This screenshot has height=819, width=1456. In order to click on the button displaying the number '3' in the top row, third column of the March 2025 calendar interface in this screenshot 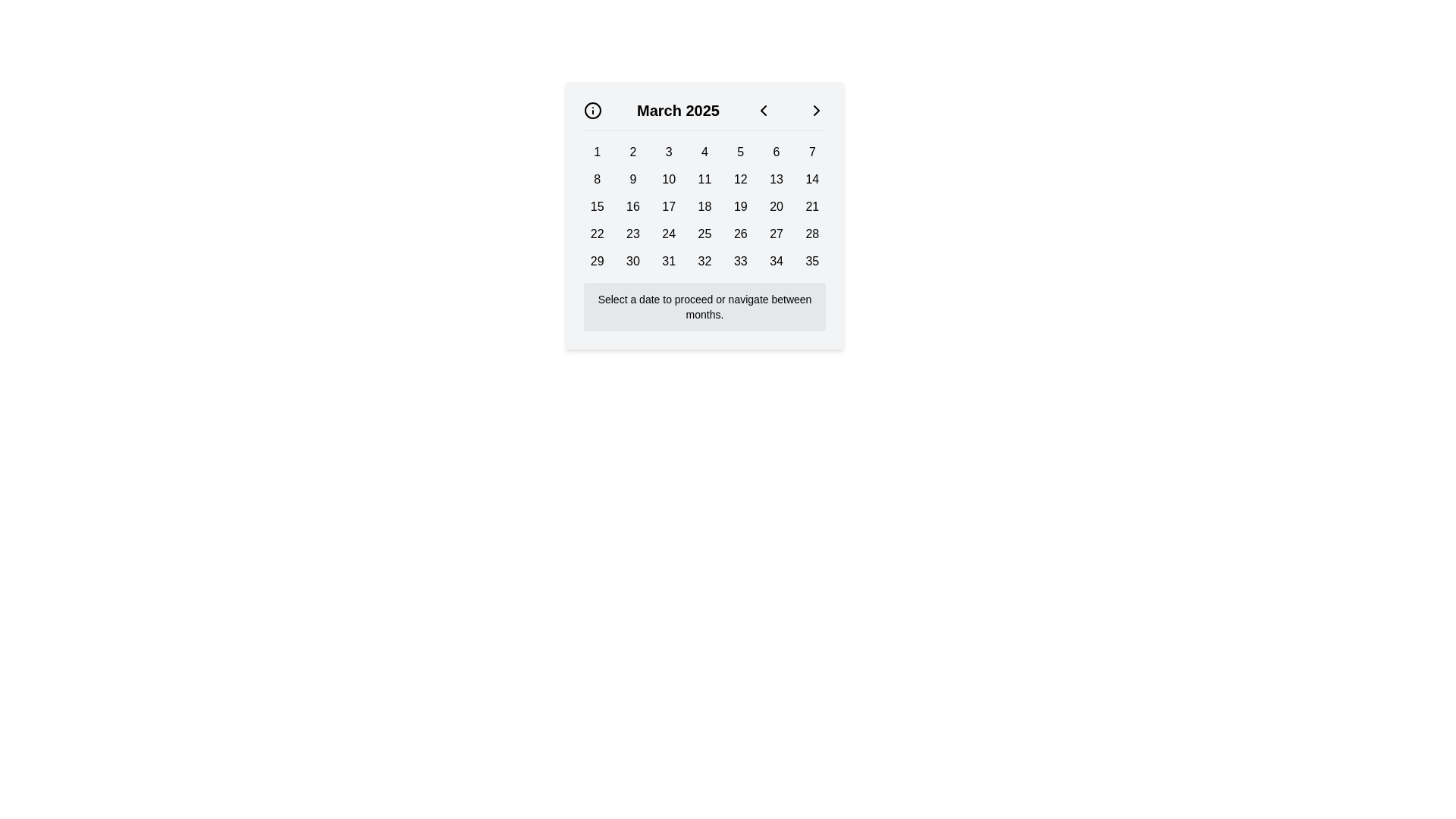, I will do `click(668, 152)`.